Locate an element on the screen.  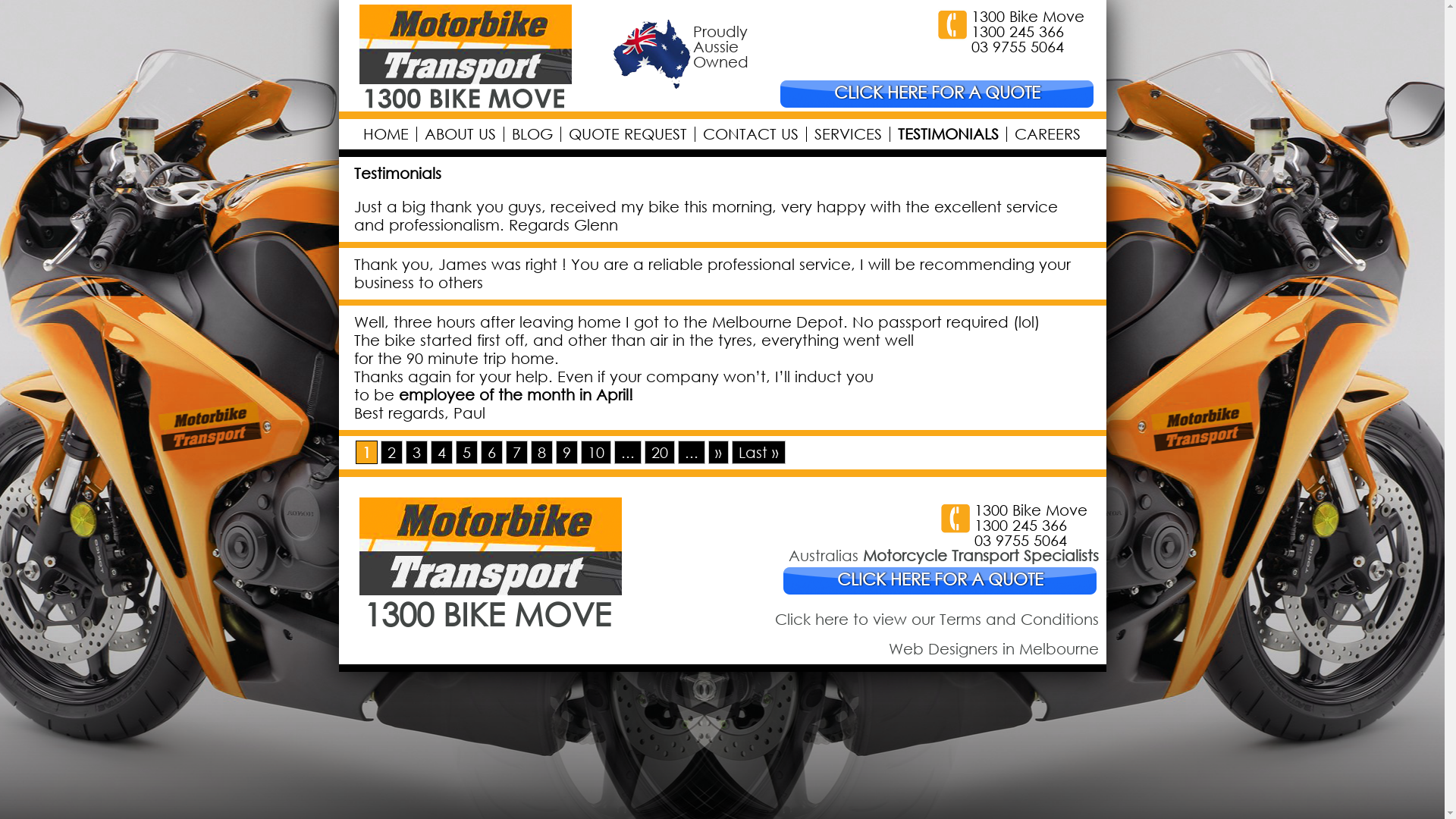
'6' is located at coordinates (491, 451).